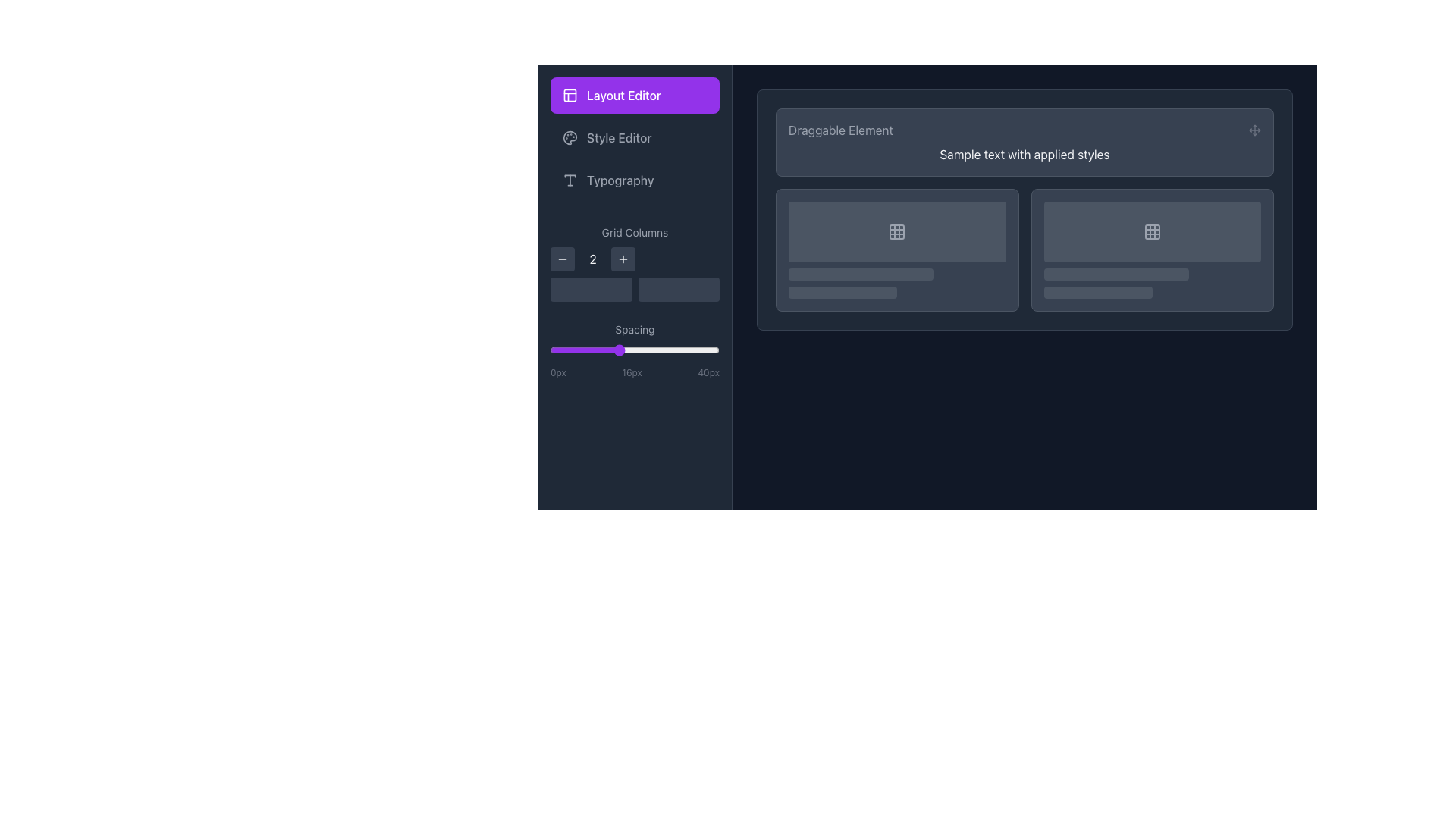  What do you see at coordinates (570, 137) in the screenshot?
I see `the small circular icon resembling a painter's palette located in the left-side navigation panel` at bounding box center [570, 137].